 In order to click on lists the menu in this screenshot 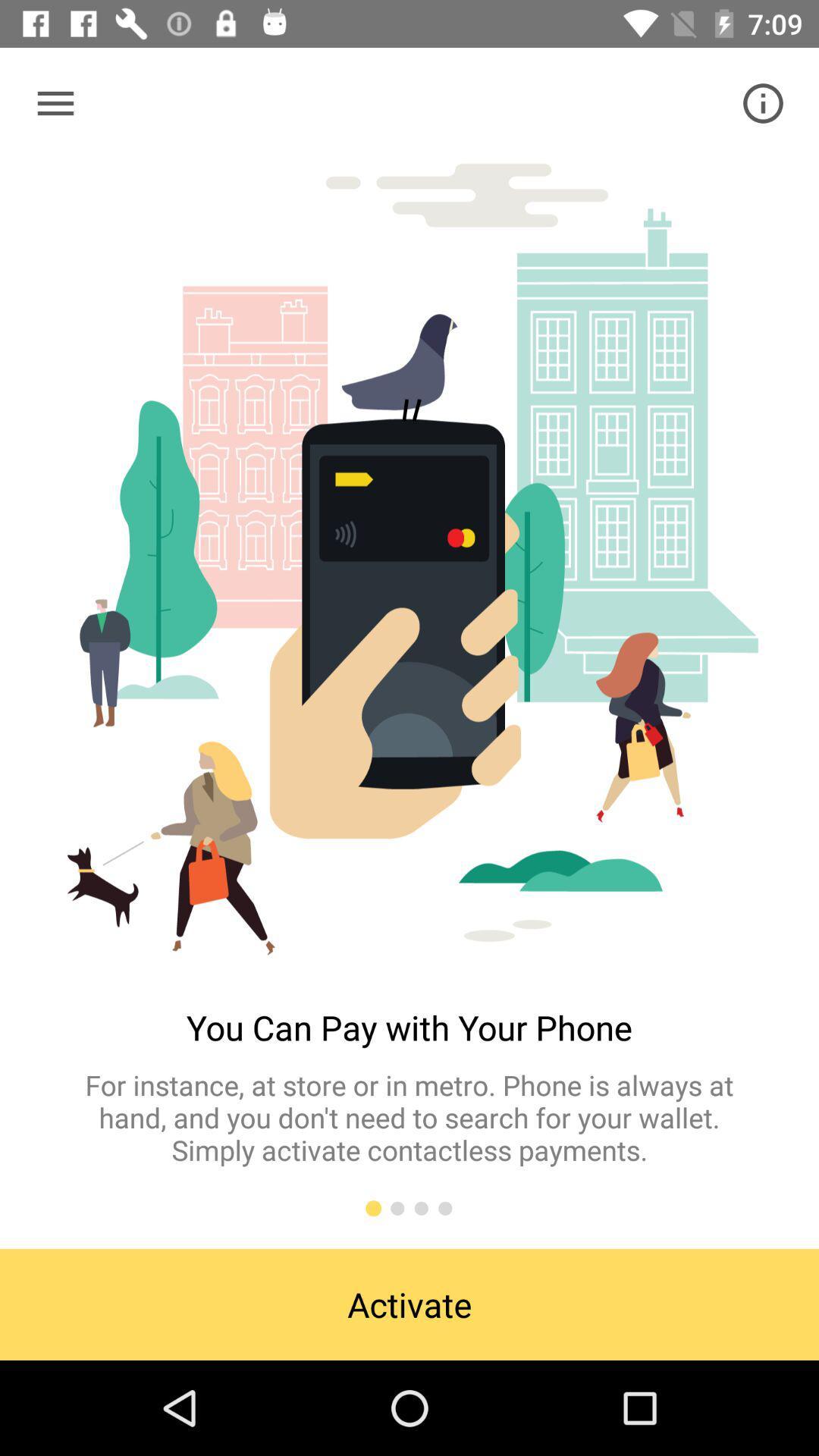, I will do `click(55, 102)`.